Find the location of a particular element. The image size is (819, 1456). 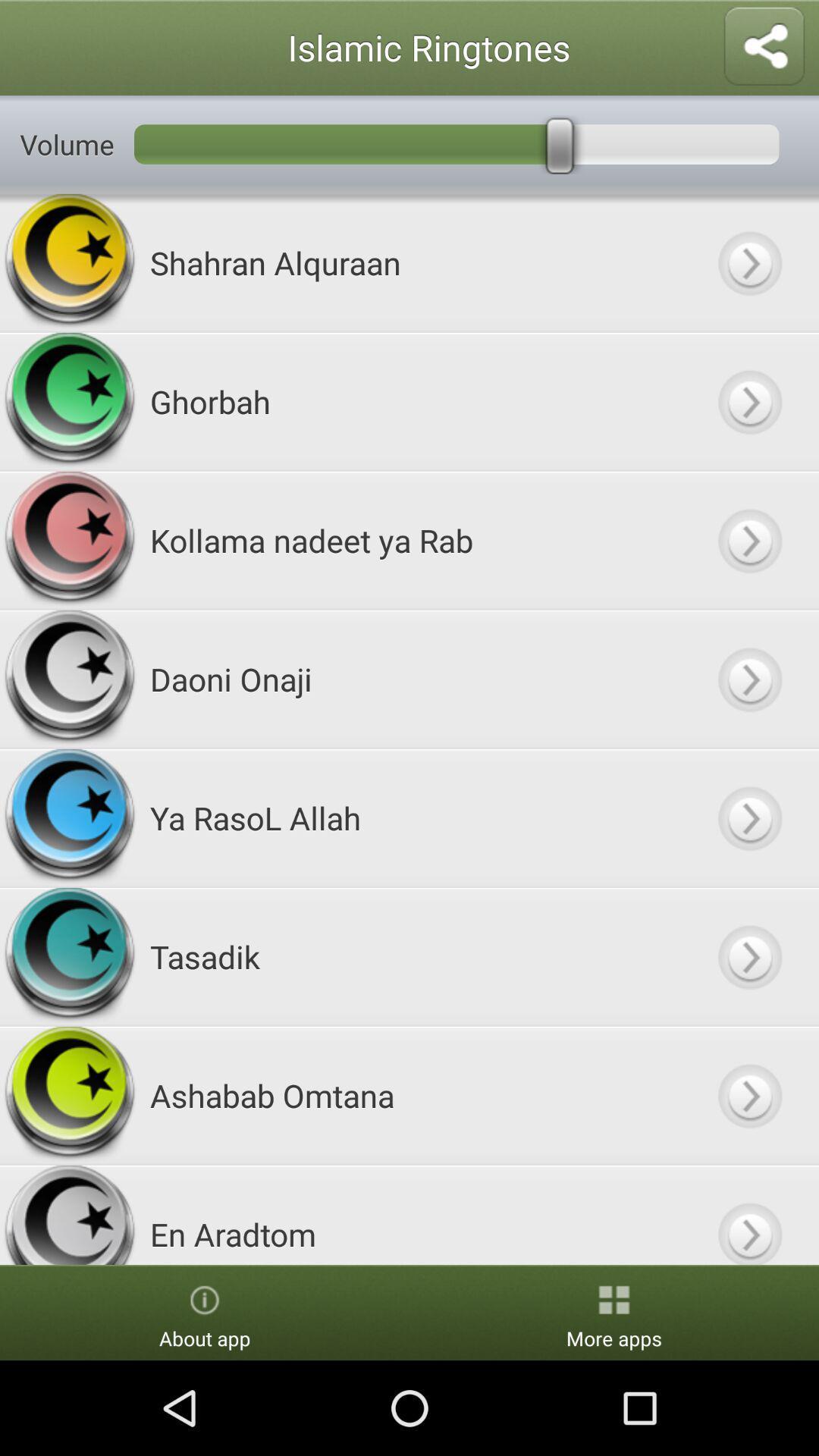

next option is located at coordinates (748, 817).